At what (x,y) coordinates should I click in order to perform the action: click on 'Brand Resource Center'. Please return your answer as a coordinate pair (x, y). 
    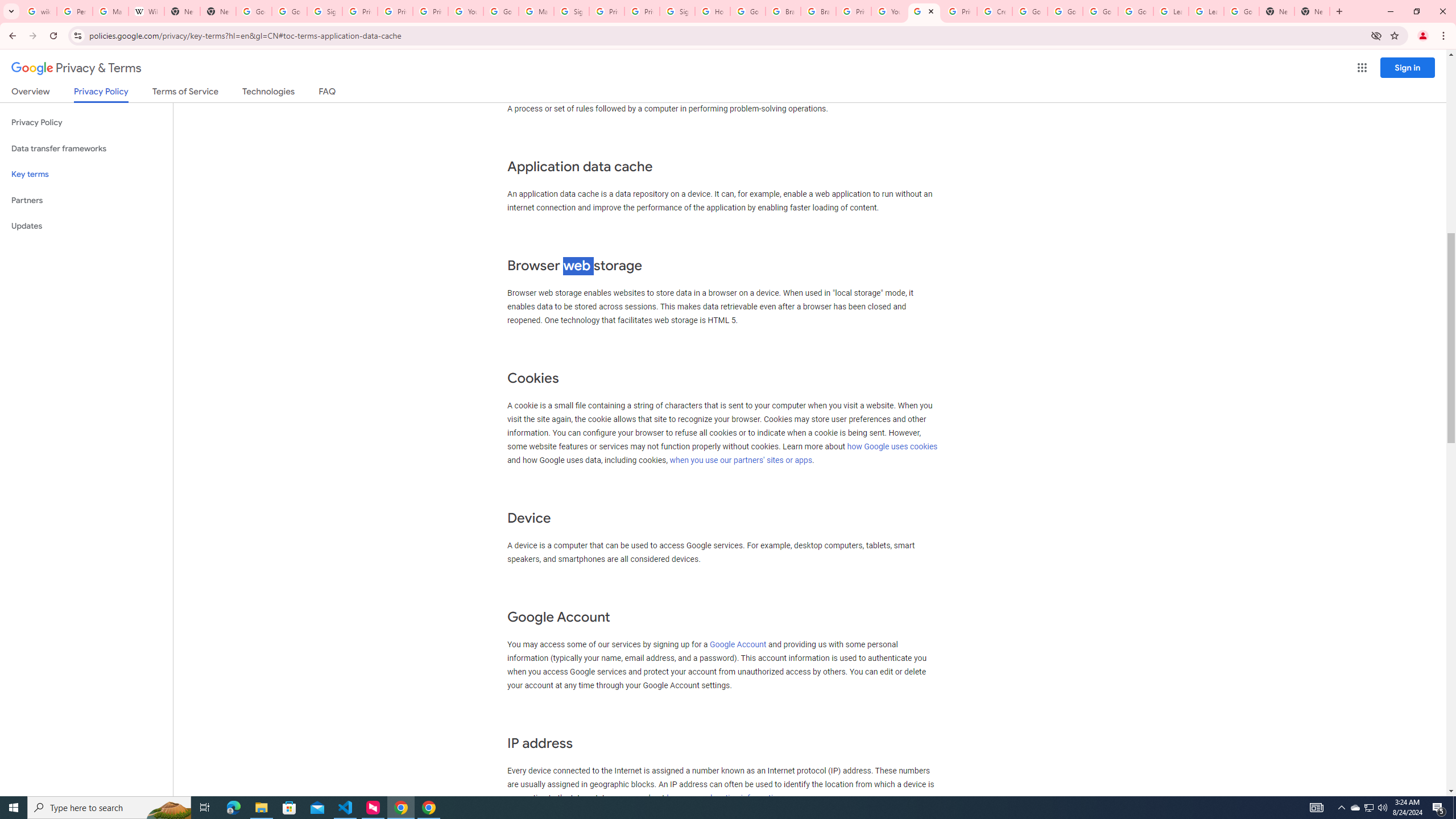
    Looking at the image, I should click on (818, 11).